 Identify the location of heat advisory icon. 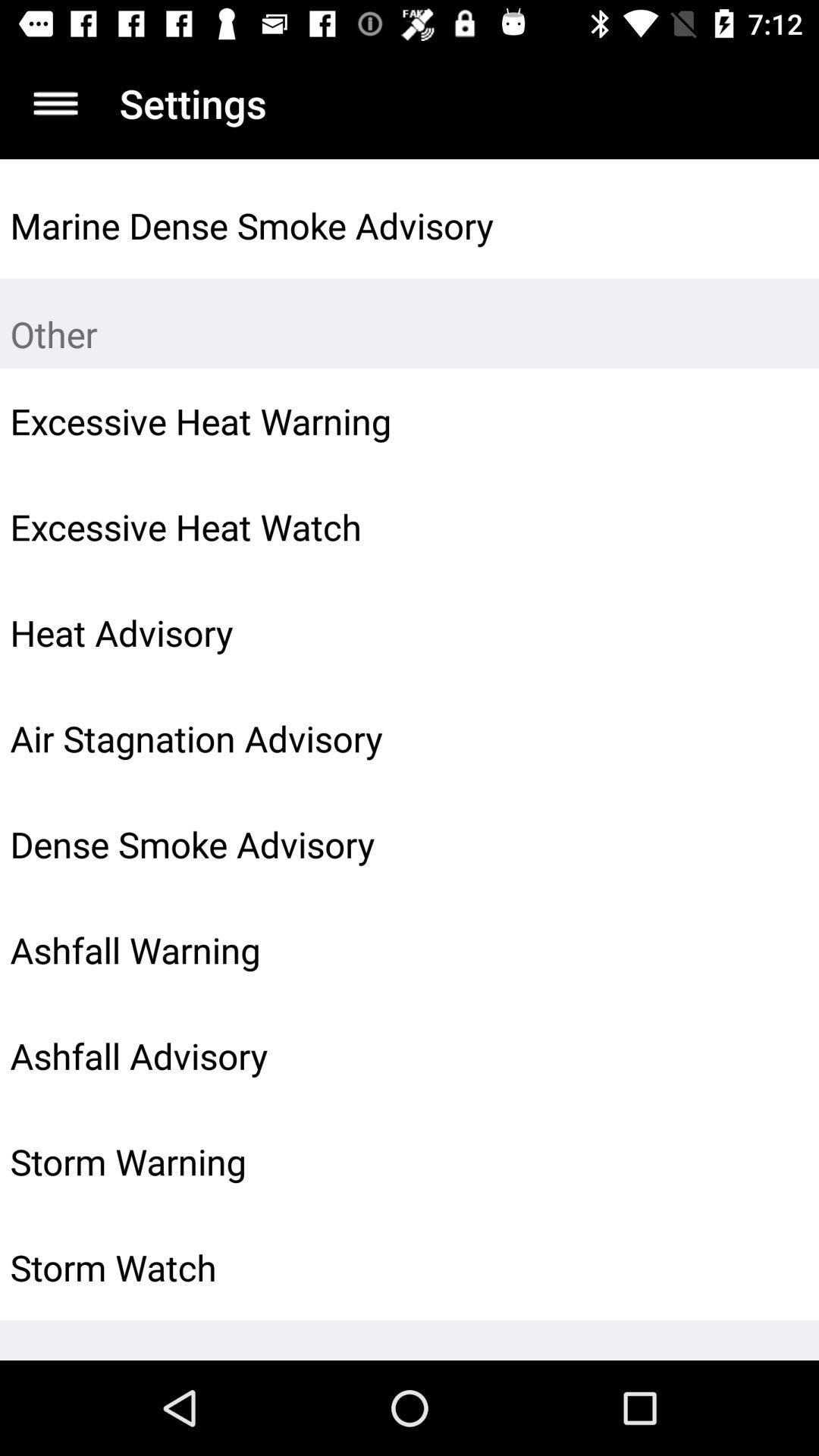
(366, 632).